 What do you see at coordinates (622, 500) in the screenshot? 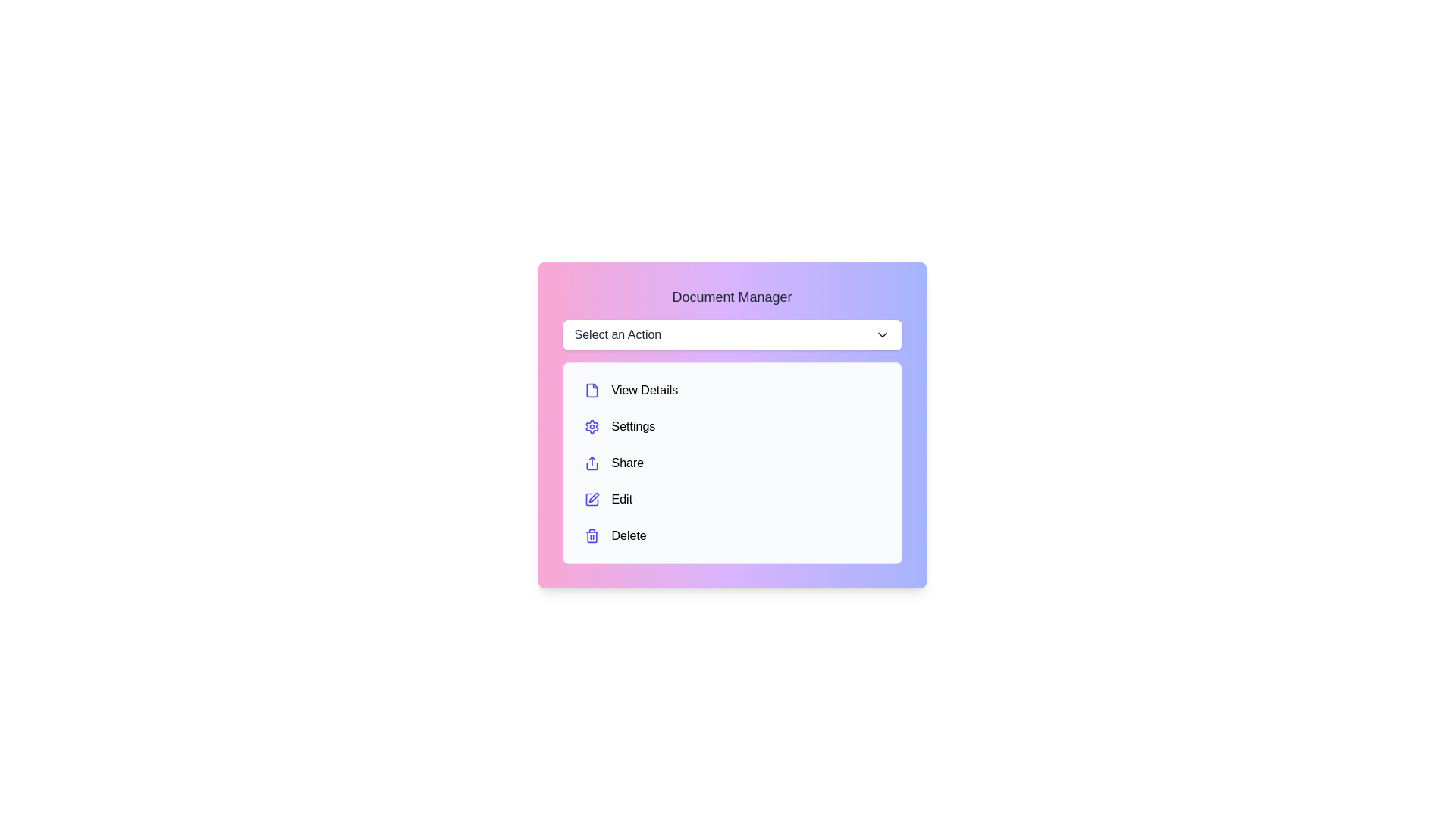
I see `the 'Edit' label` at bounding box center [622, 500].